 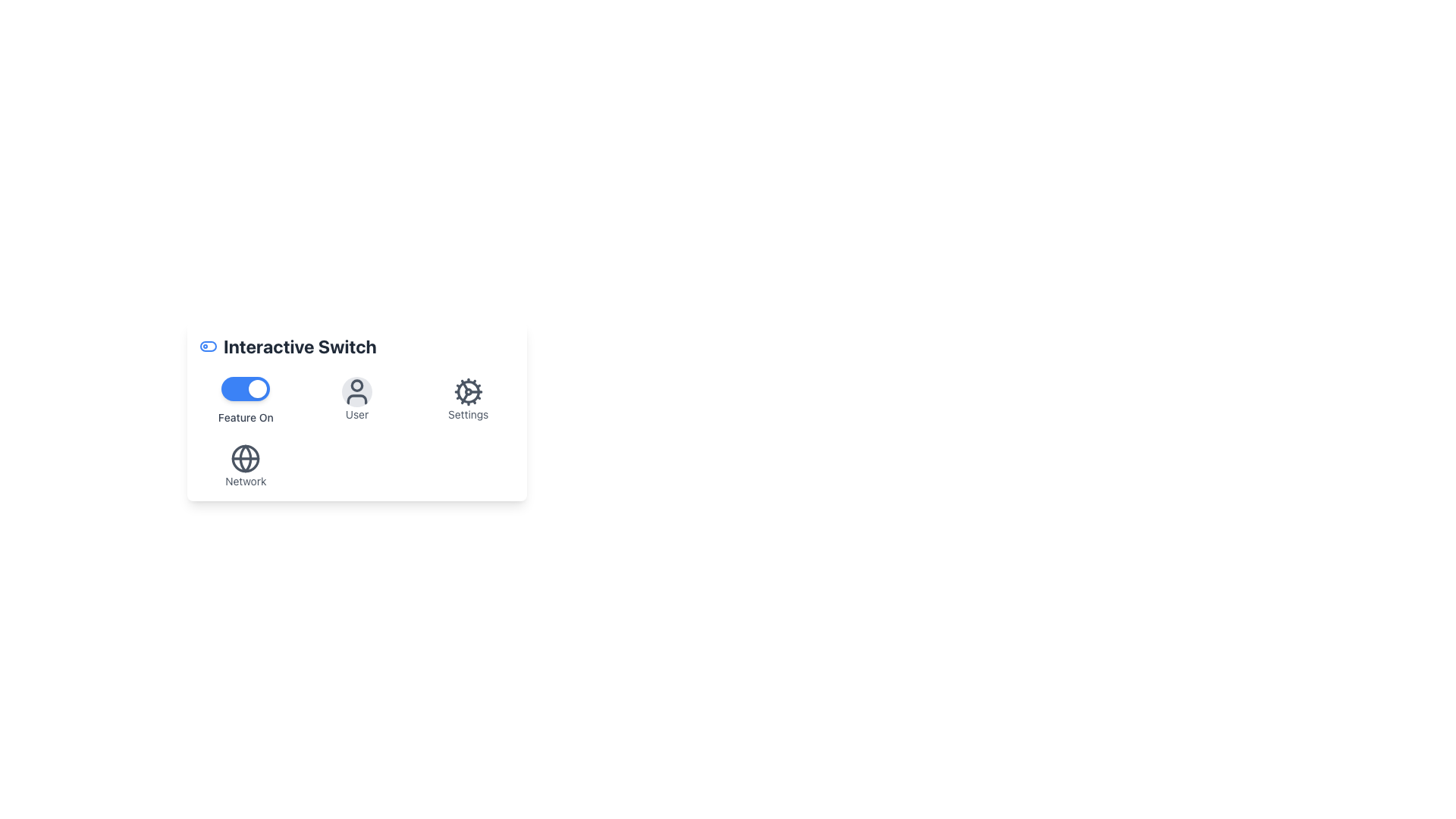 What do you see at coordinates (467, 400) in the screenshot?
I see `the settings option icon with text label located on the right side of the row containing 'Feature On' and 'User'` at bounding box center [467, 400].